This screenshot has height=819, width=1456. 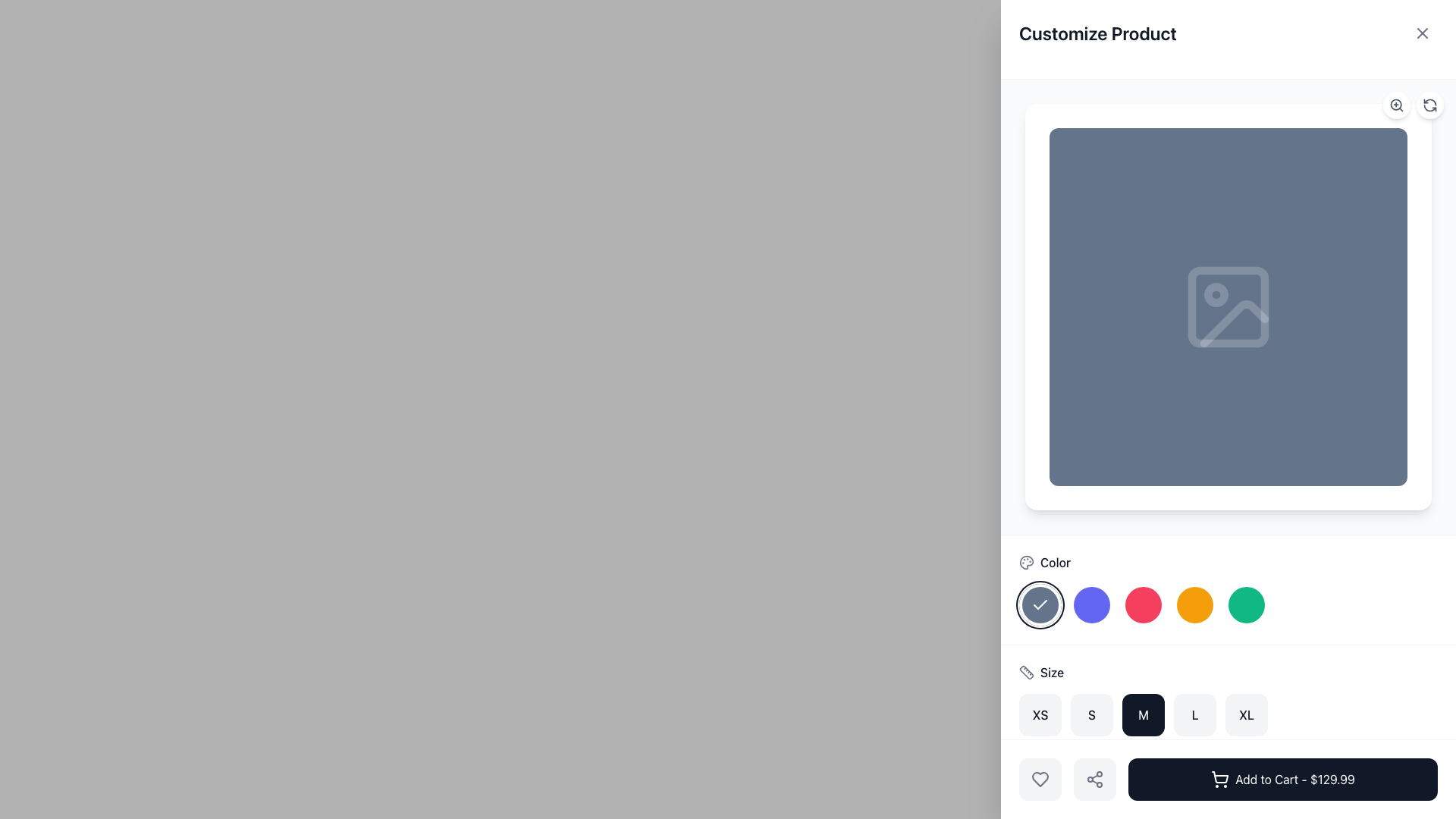 I want to click on the blue color selection button, which is the second circular button in the color options, located between the selected dark button and the pink button, so click(x=1092, y=604).